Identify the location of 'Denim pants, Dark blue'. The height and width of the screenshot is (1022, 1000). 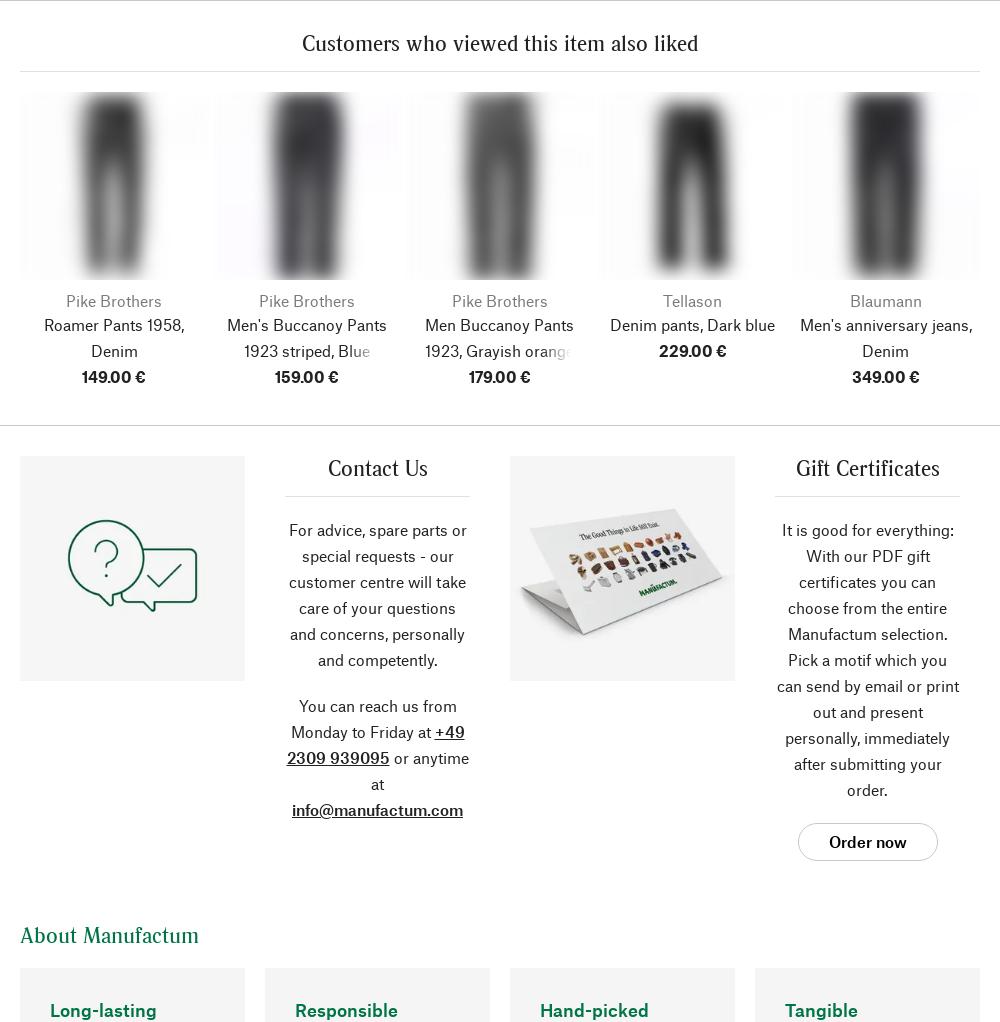
(609, 323).